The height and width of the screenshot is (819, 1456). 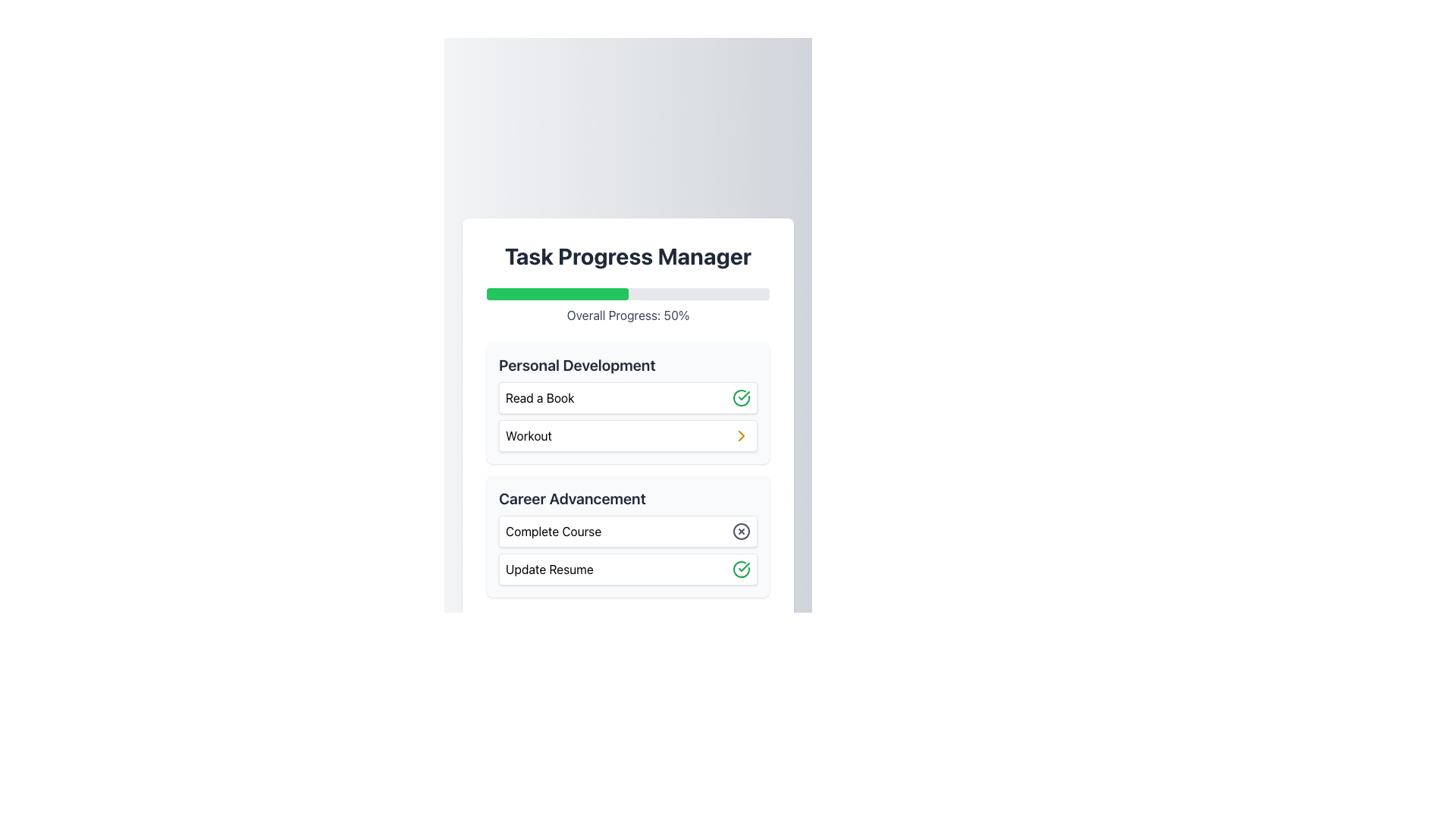 What do you see at coordinates (742, 570) in the screenshot?
I see `the completion icon for the 'Update Resume' task located in the rightmost section of the 'Career Advancement' category` at bounding box center [742, 570].